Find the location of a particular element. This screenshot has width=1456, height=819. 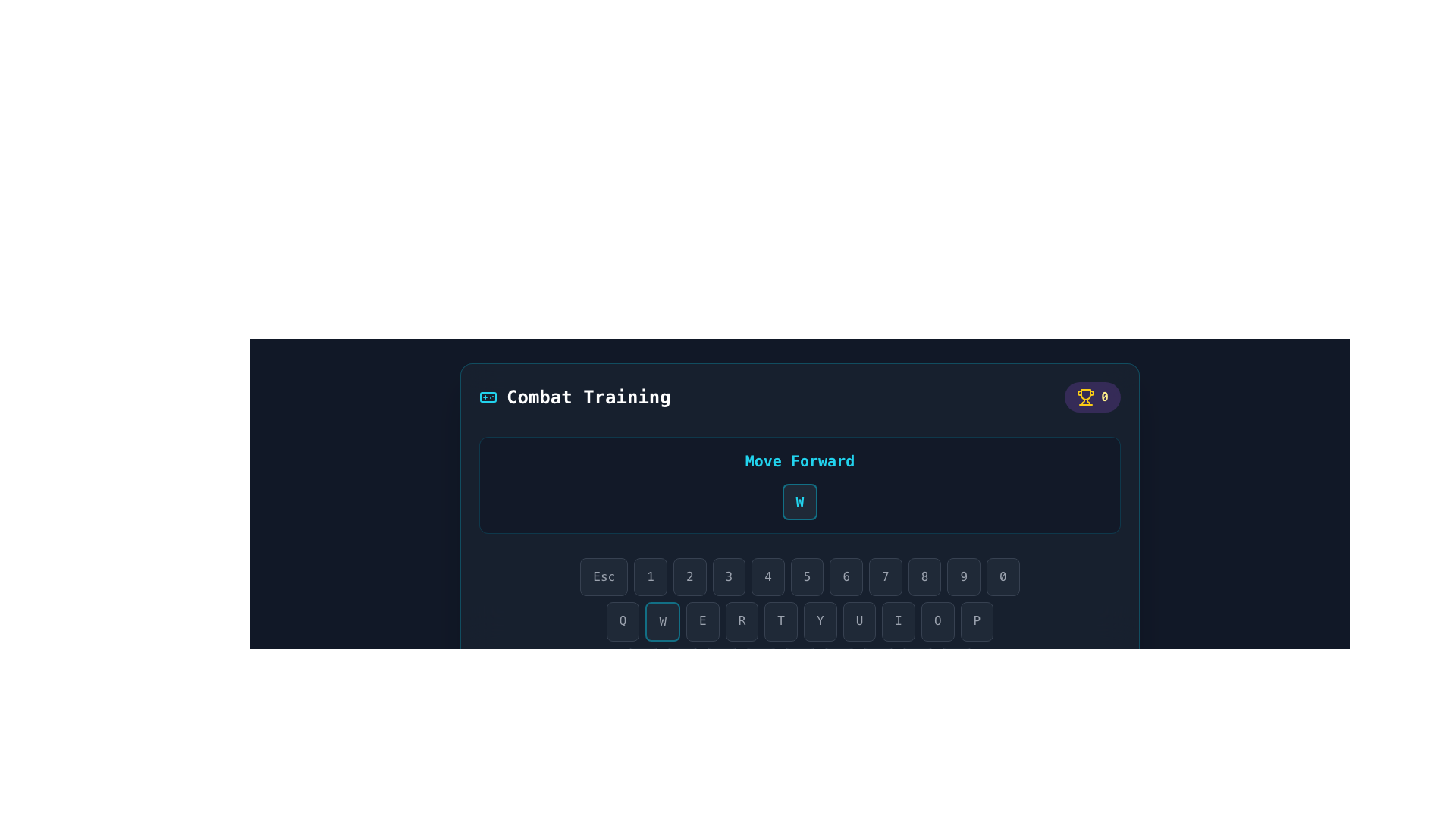

the decorative gaming icon located to the left of the 'Combat Training' text in the top-left area of the interface is located at coordinates (488, 397).